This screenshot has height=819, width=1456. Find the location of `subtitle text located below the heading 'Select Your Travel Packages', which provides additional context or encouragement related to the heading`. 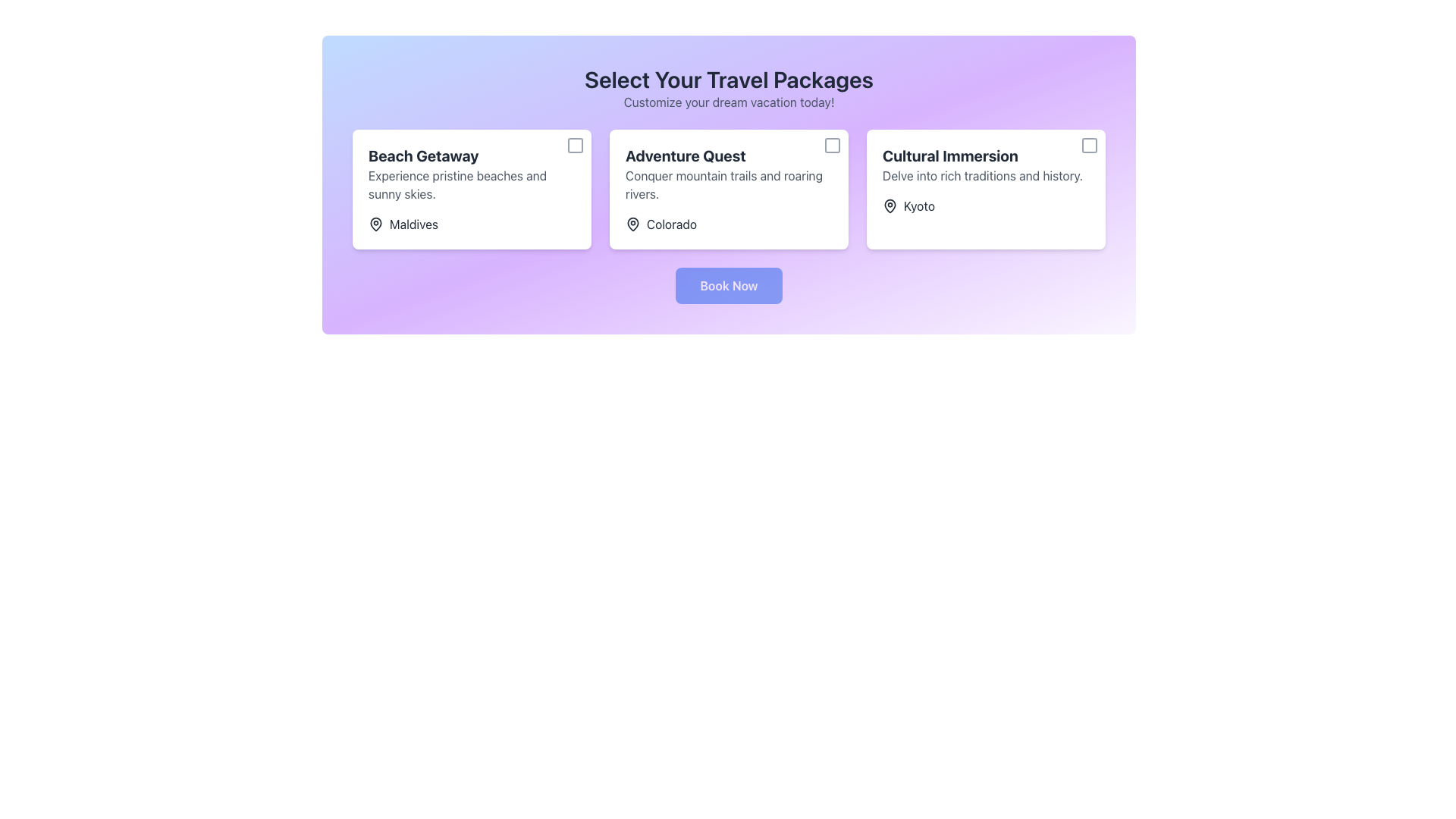

subtitle text located below the heading 'Select Your Travel Packages', which provides additional context or encouragement related to the heading is located at coordinates (729, 102).